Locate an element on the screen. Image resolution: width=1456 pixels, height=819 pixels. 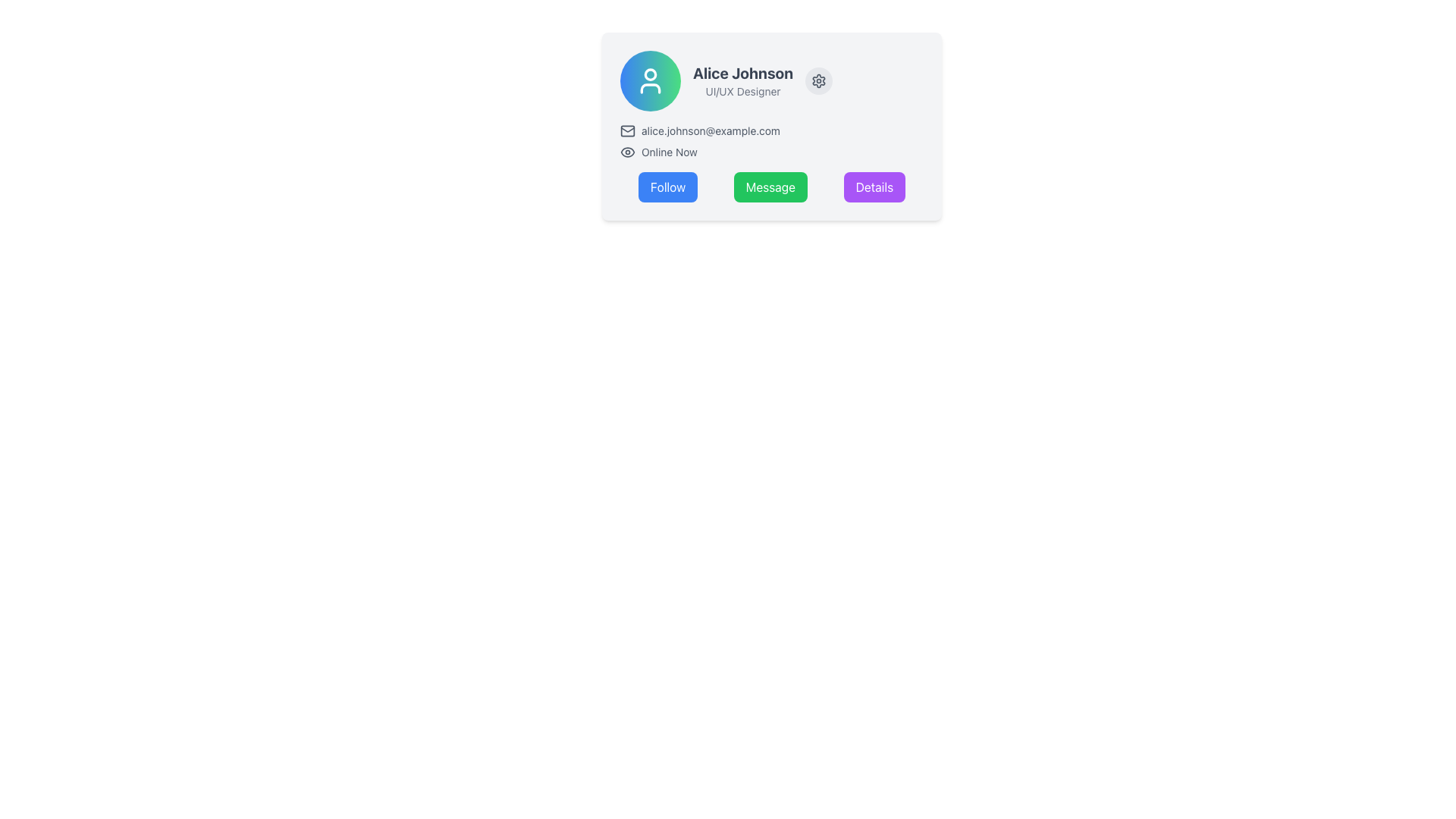
the text label displaying the email address 'alice.johnson@example.com', which is styled in gray and positioned next to an email icon is located at coordinates (710, 130).